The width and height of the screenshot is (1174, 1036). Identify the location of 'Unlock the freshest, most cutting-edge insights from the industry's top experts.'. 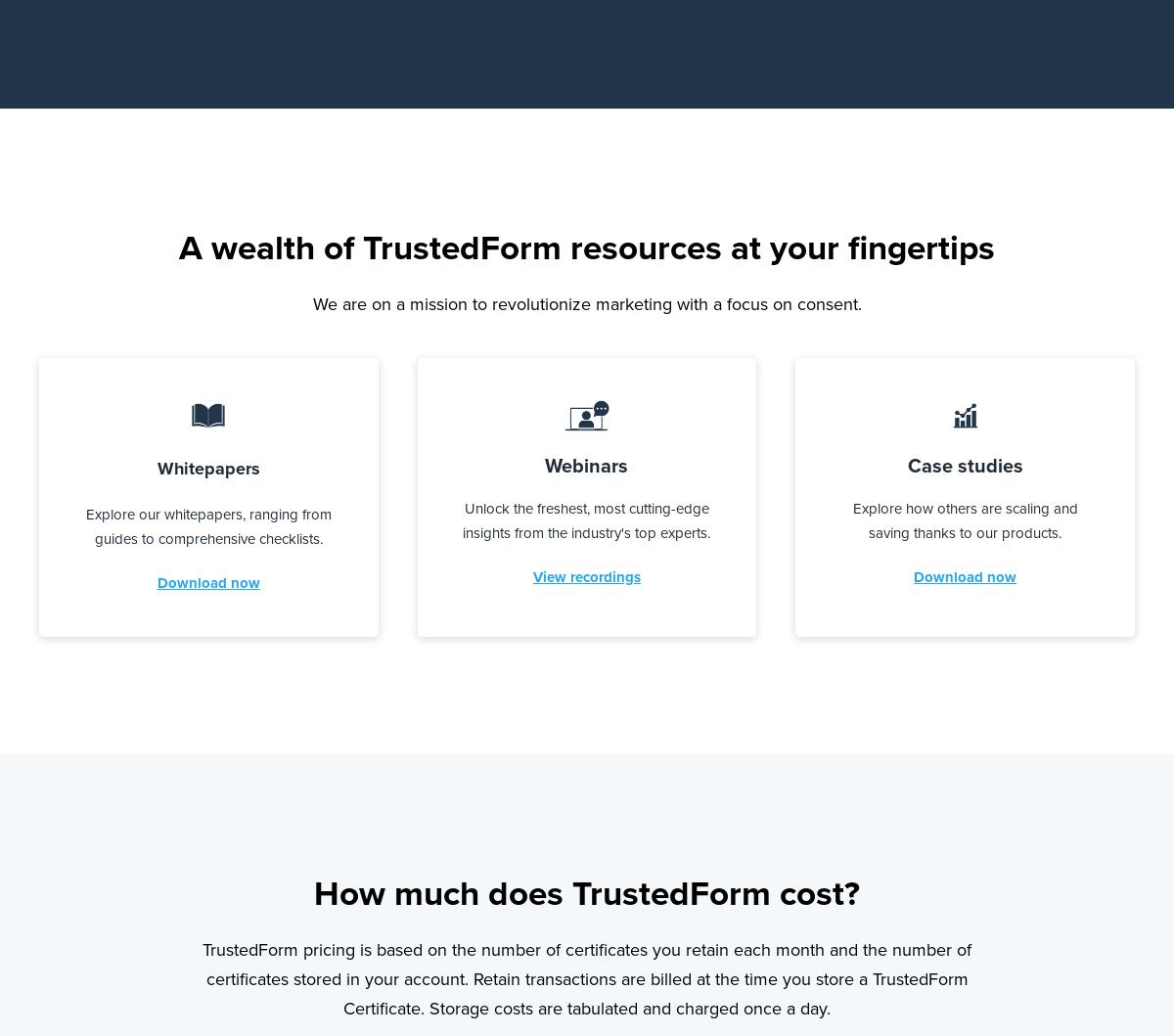
(585, 518).